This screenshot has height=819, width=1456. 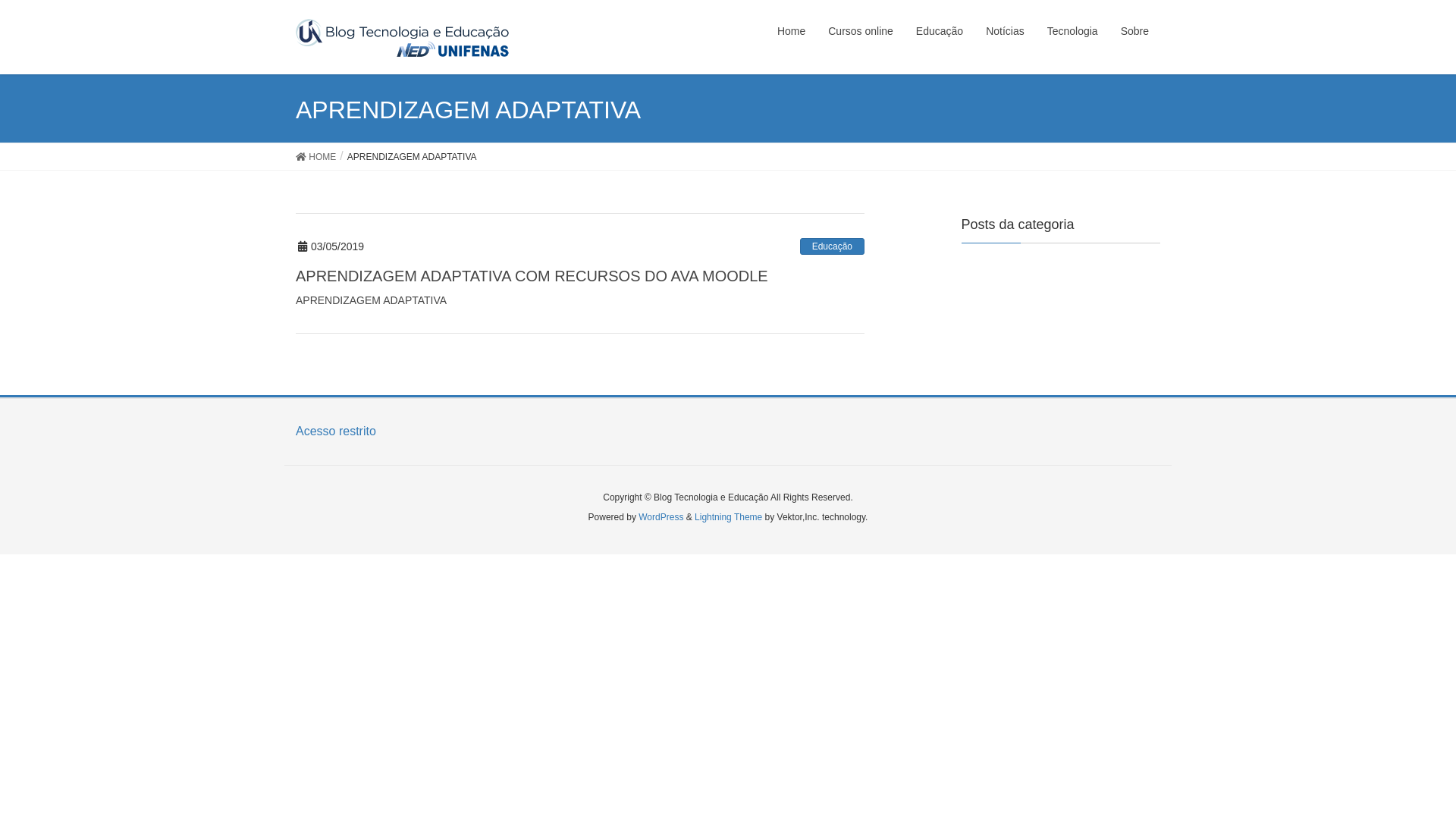 I want to click on 'APRENDIZAGEM ADAPTATIVA', so click(x=295, y=300).